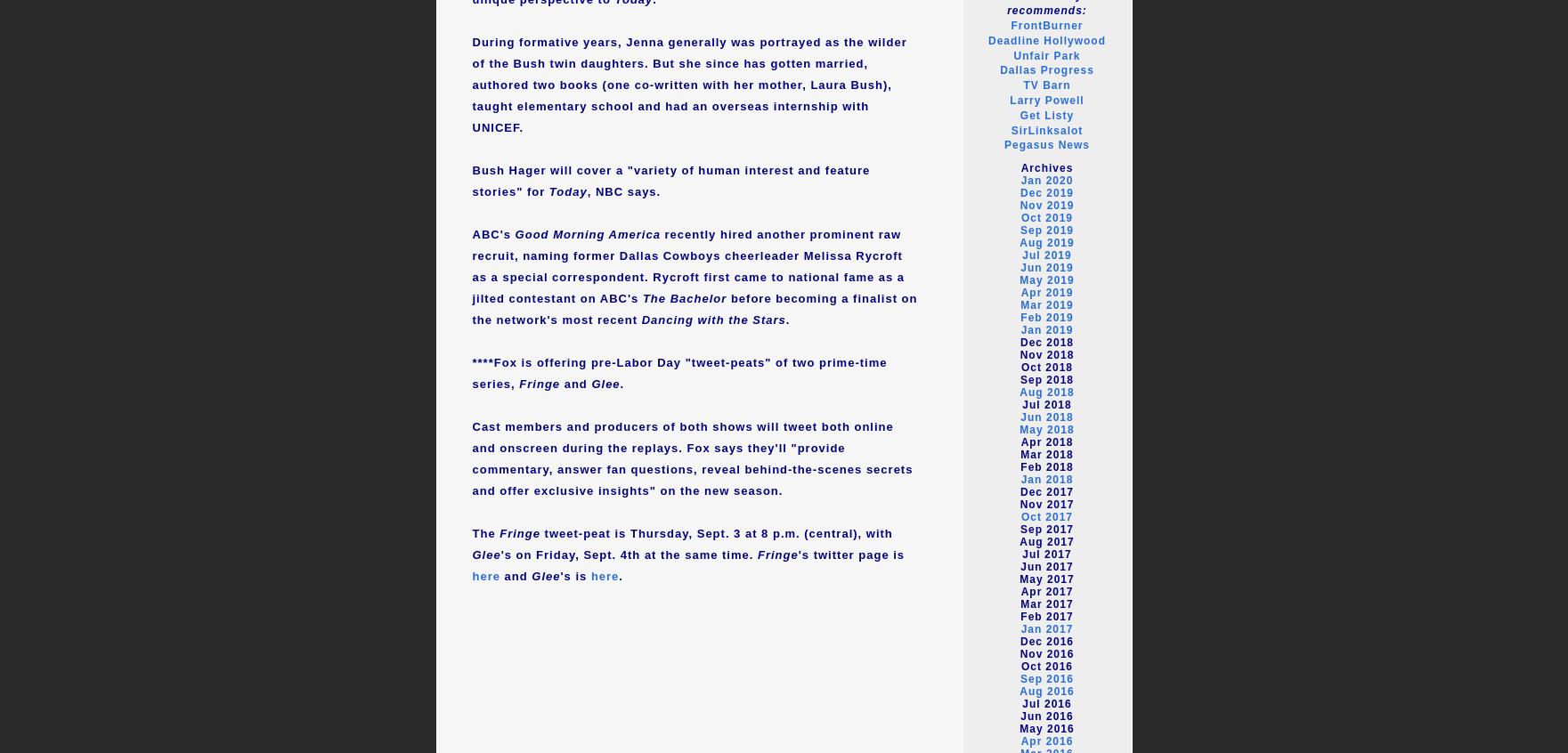 The height and width of the screenshot is (753, 1568). Describe the element at coordinates (1046, 417) in the screenshot. I see `'Jun 2018'` at that location.